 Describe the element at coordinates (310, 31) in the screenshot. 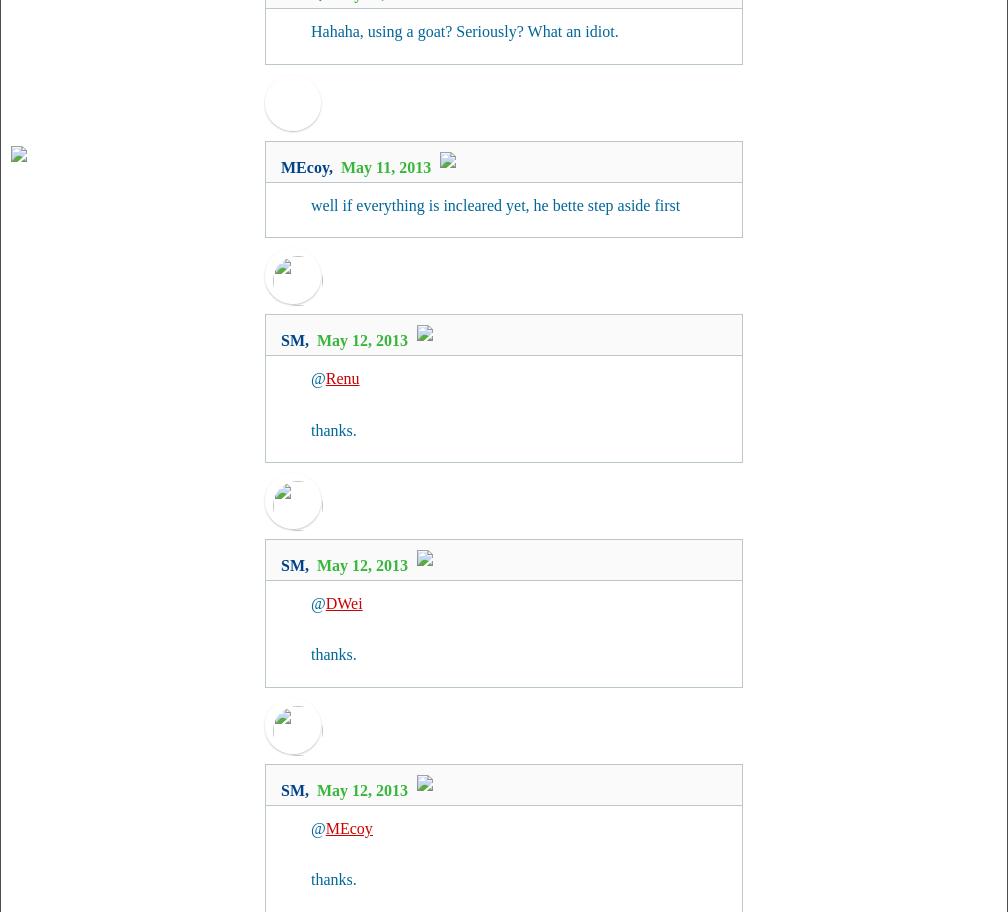

I see `'Hahaha, using a goat? Seriously? What an idiot.'` at that location.